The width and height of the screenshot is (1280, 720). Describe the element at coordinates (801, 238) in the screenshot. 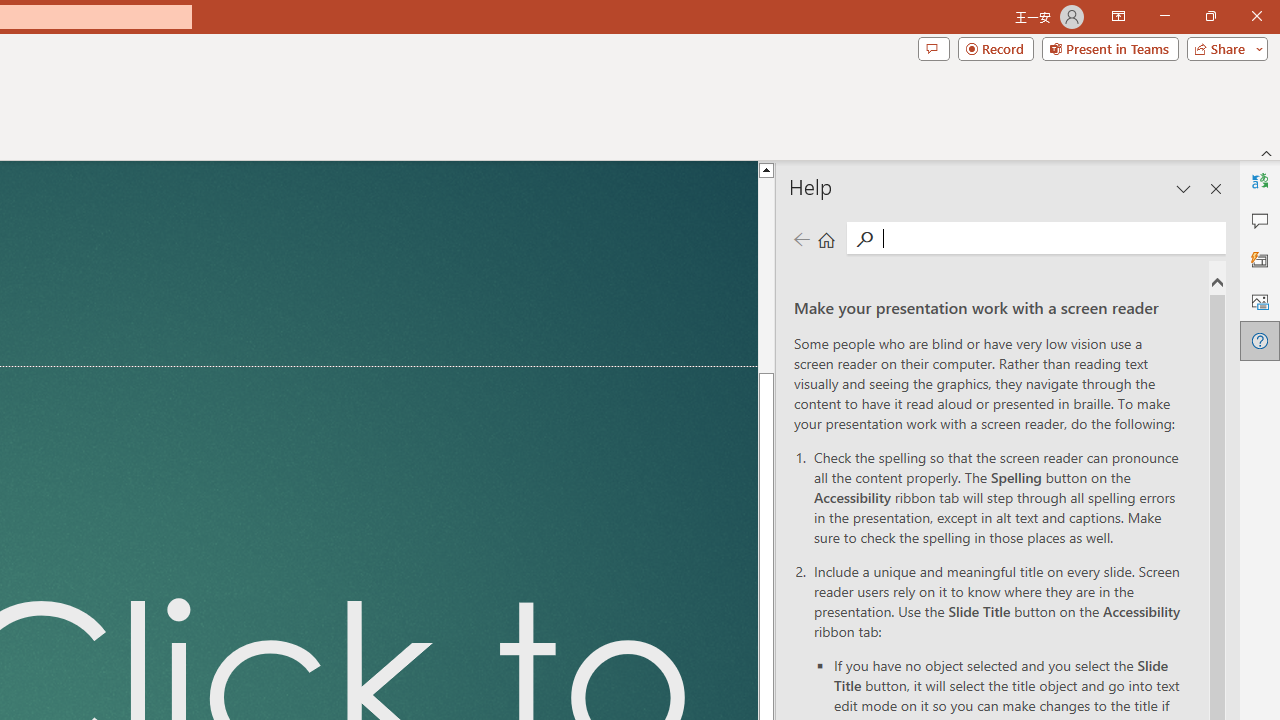

I see `'Previous page'` at that location.